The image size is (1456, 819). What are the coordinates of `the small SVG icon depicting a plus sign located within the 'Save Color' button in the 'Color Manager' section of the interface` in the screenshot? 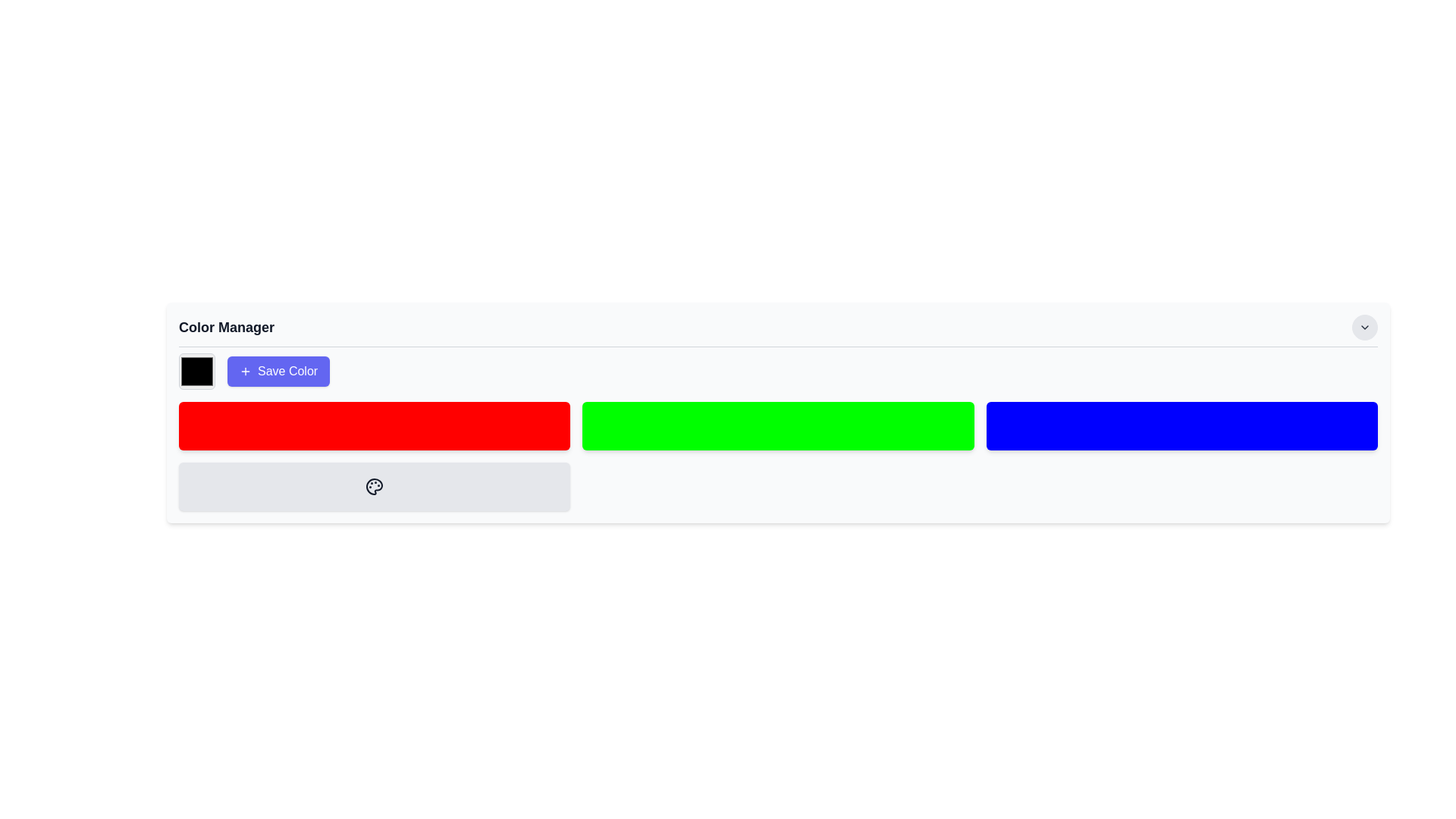 It's located at (246, 371).